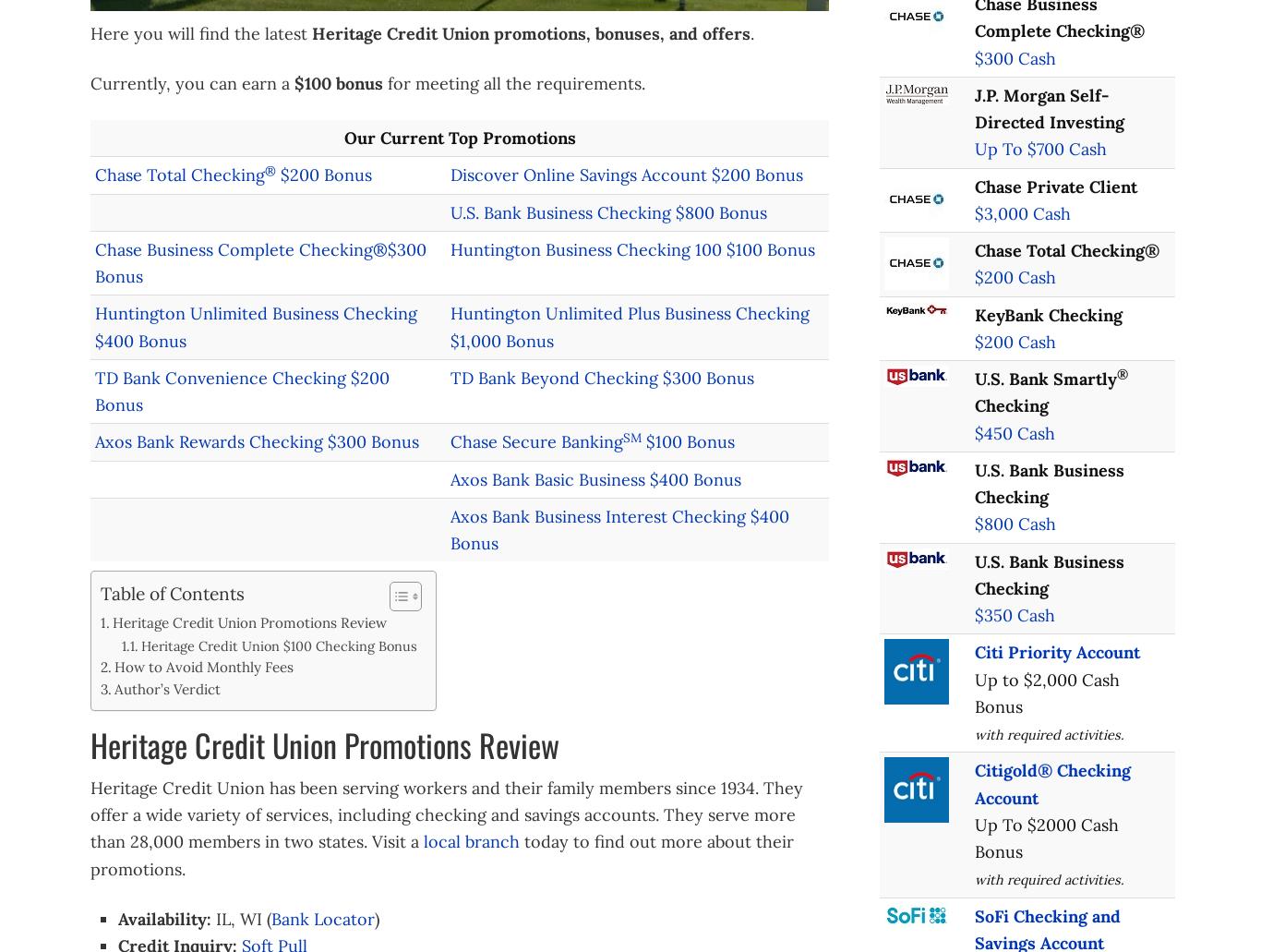  Describe the element at coordinates (1051, 784) in the screenshot. I see `'Citigold® Checking Account'` at that location.